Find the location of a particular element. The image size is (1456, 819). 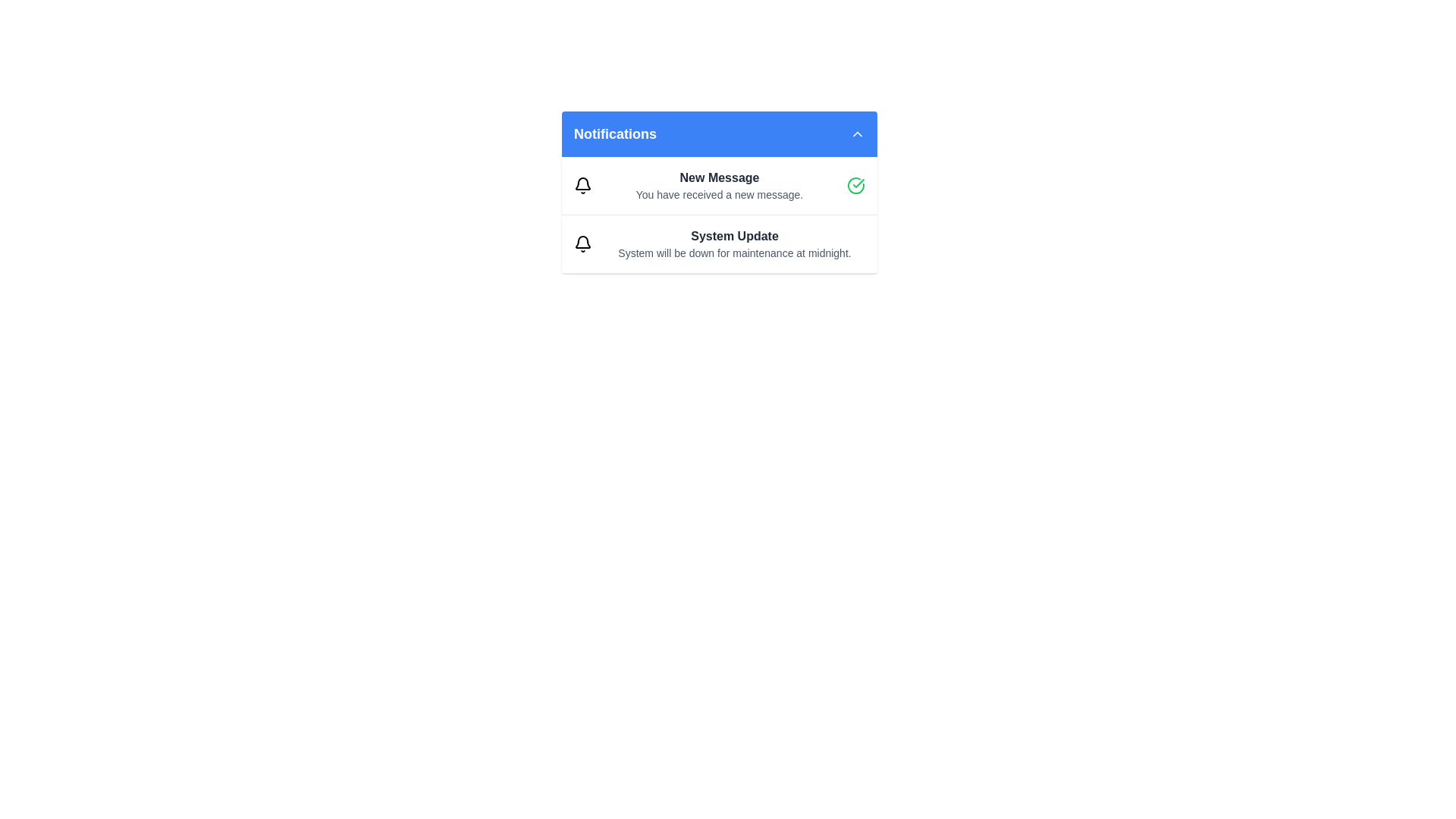

the second notification block that displays a system update message, located below the 'New Message' item in the Notifications list is located at coordinates (719, 243).